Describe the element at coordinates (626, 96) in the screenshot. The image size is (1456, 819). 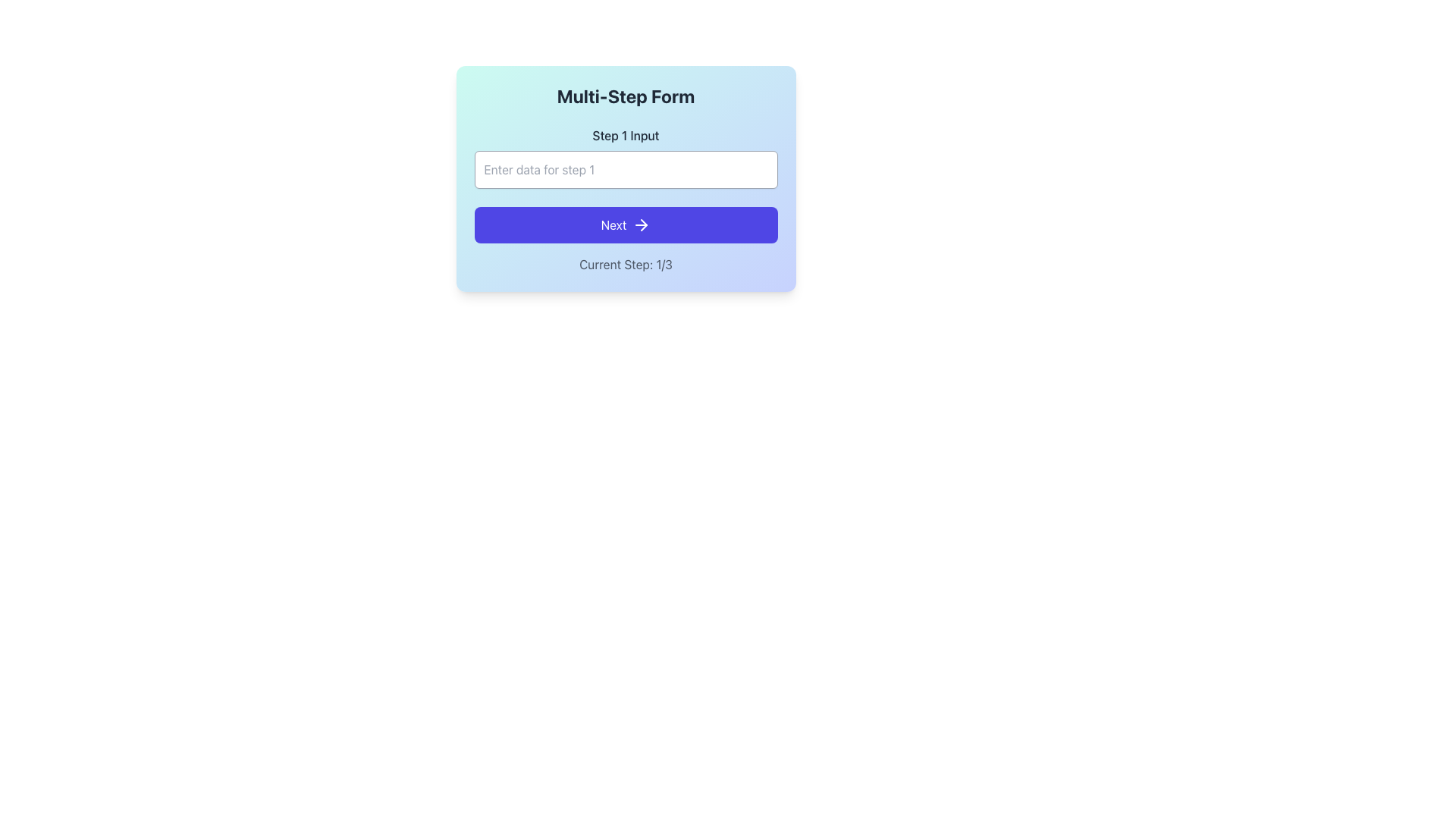
I see `the text label displaying 'Multi-Step Form' which is bold, centered, and located at the top of a section with a gradient background` at that location.